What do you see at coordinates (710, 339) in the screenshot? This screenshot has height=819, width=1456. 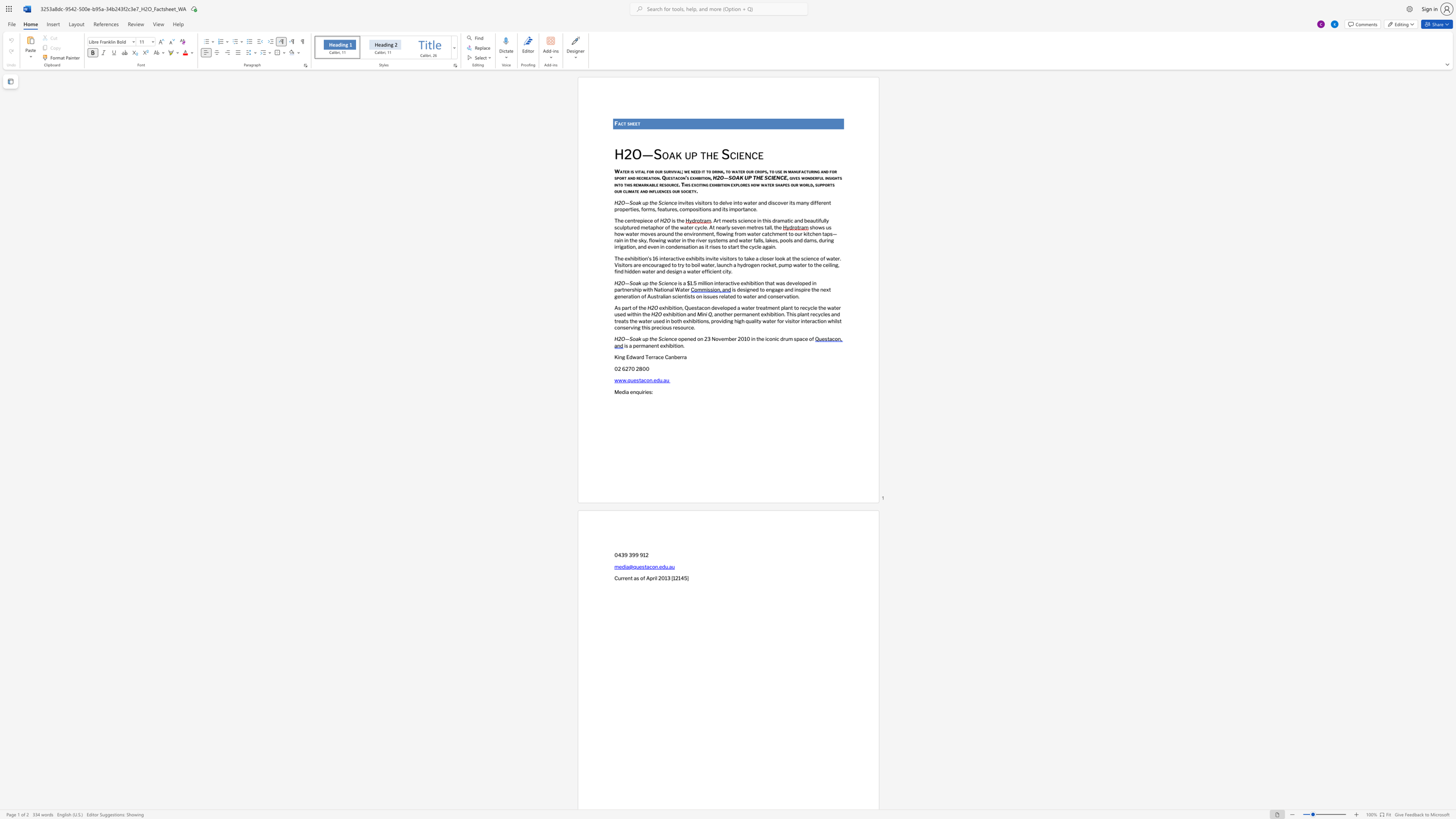 I see `the subset text "November 201" within the text "opened on 23 November 2010 in the iconic drum space of"` at bounding box center [710, 339].